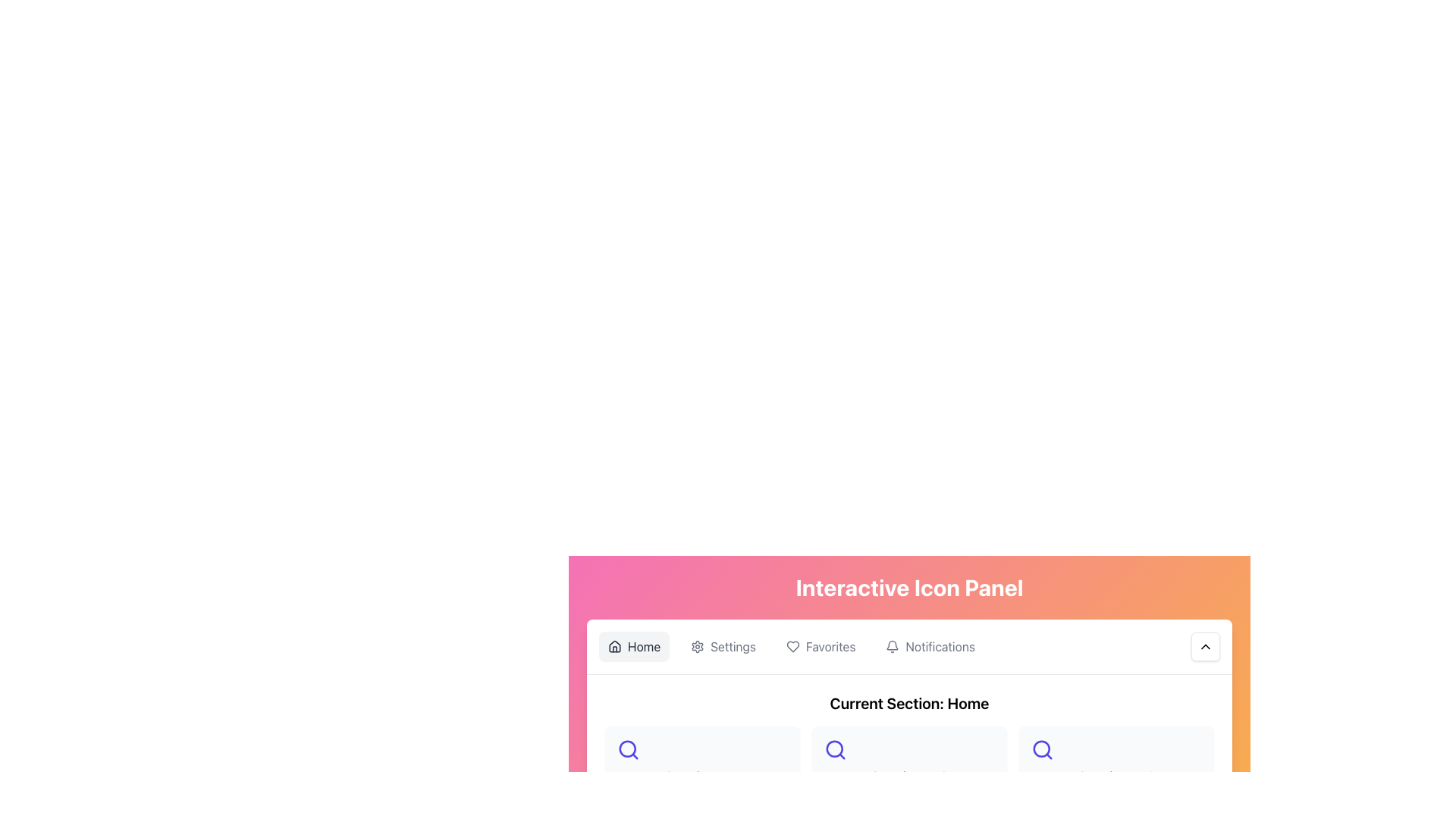 Image resolution: width=1456 pixels, height=819 pixels. I want to click on the 'Home' textual label, which is positioned to the right of a house icon within the navigation bar at the top of the page, so click(644, 646).